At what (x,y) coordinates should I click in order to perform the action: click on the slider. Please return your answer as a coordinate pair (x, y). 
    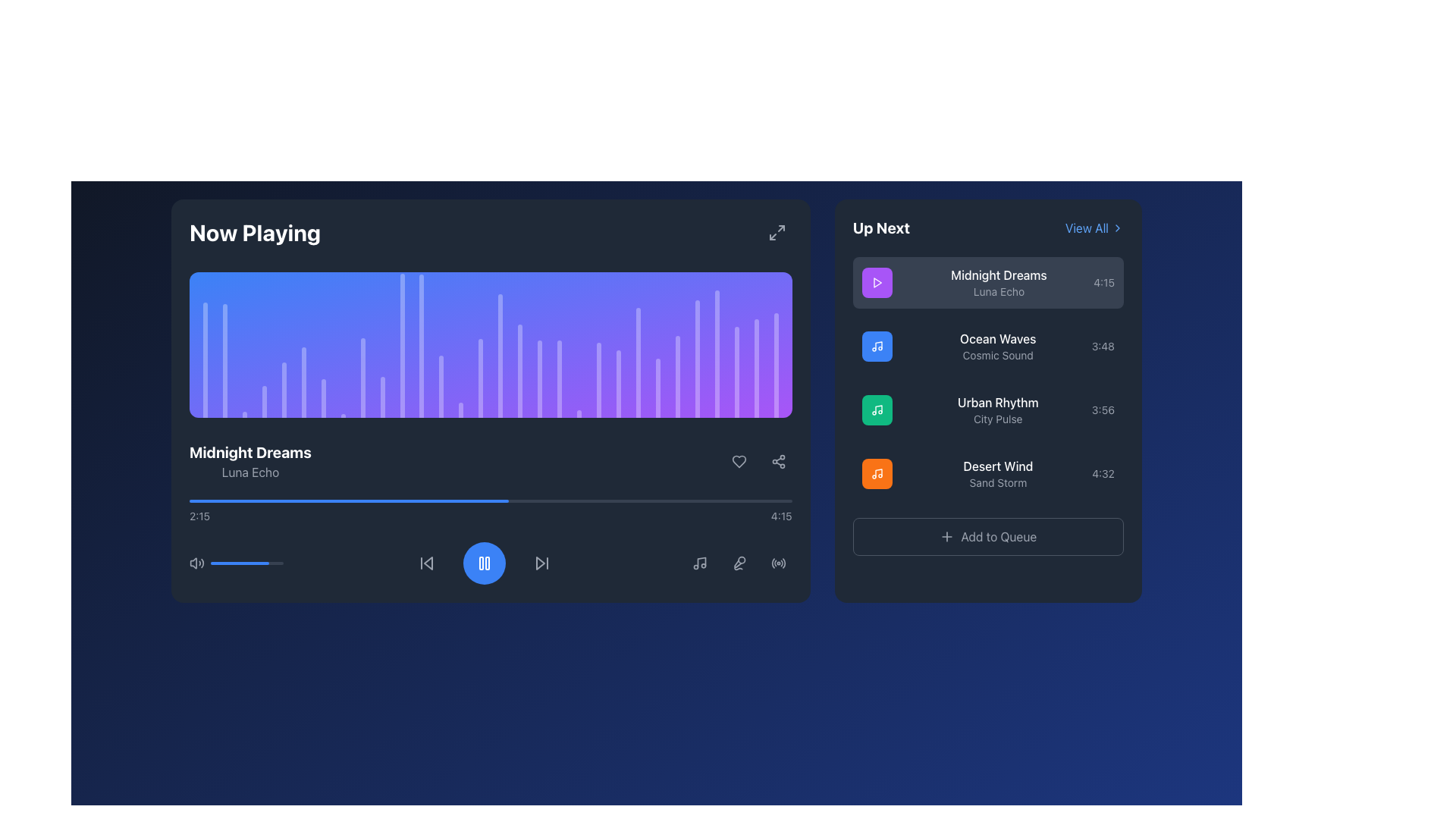
    Looking at the image, I should click on (259, 563).